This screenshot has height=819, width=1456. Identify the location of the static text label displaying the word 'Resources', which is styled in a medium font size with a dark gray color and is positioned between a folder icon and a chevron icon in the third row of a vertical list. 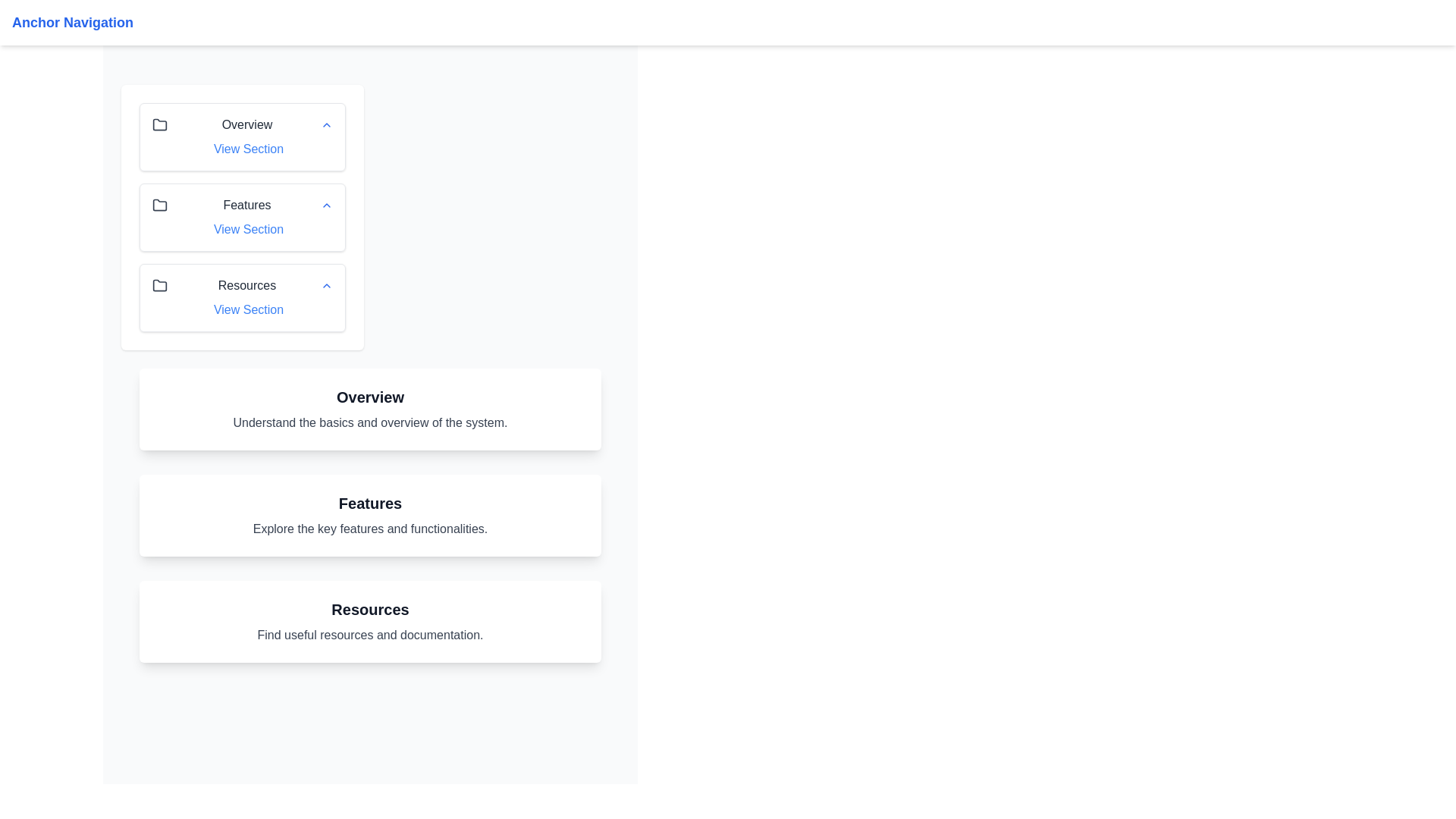
(247, 286).